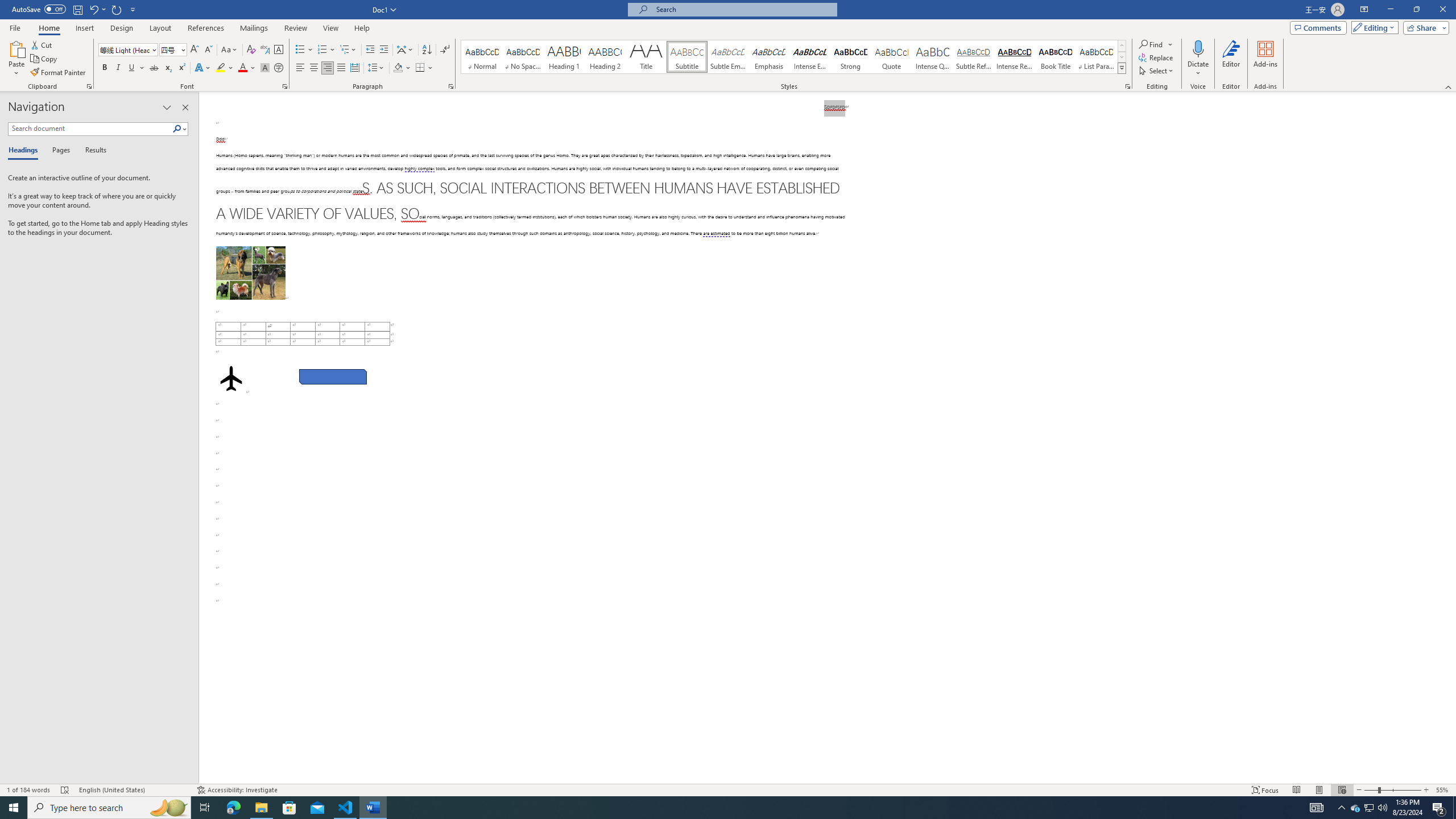  I want to click on 'Print Layout', so click(1319, 790).